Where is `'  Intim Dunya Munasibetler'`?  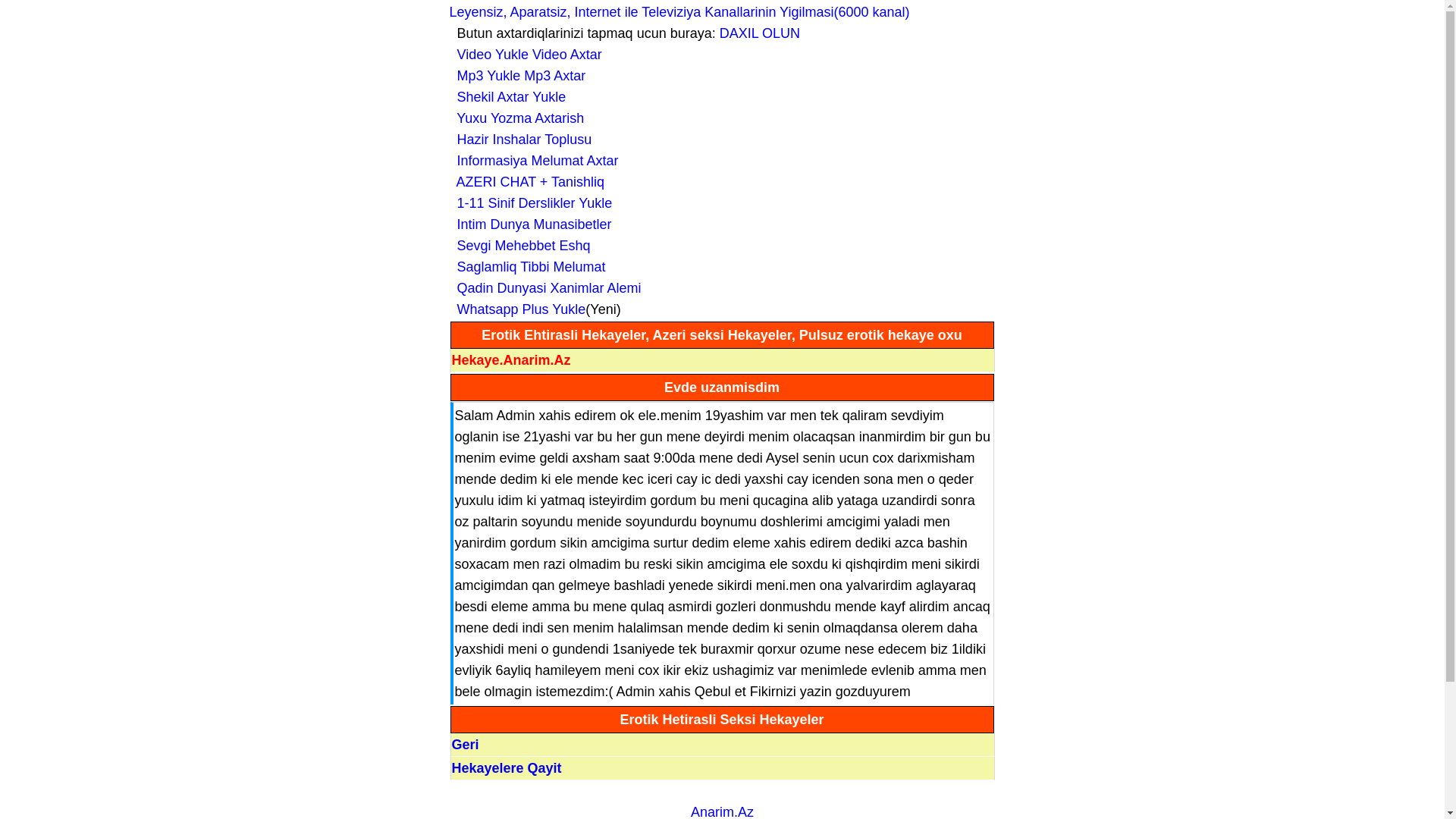
'  Intim Dunya Munasibetler' is located at coordinates (530, 224).